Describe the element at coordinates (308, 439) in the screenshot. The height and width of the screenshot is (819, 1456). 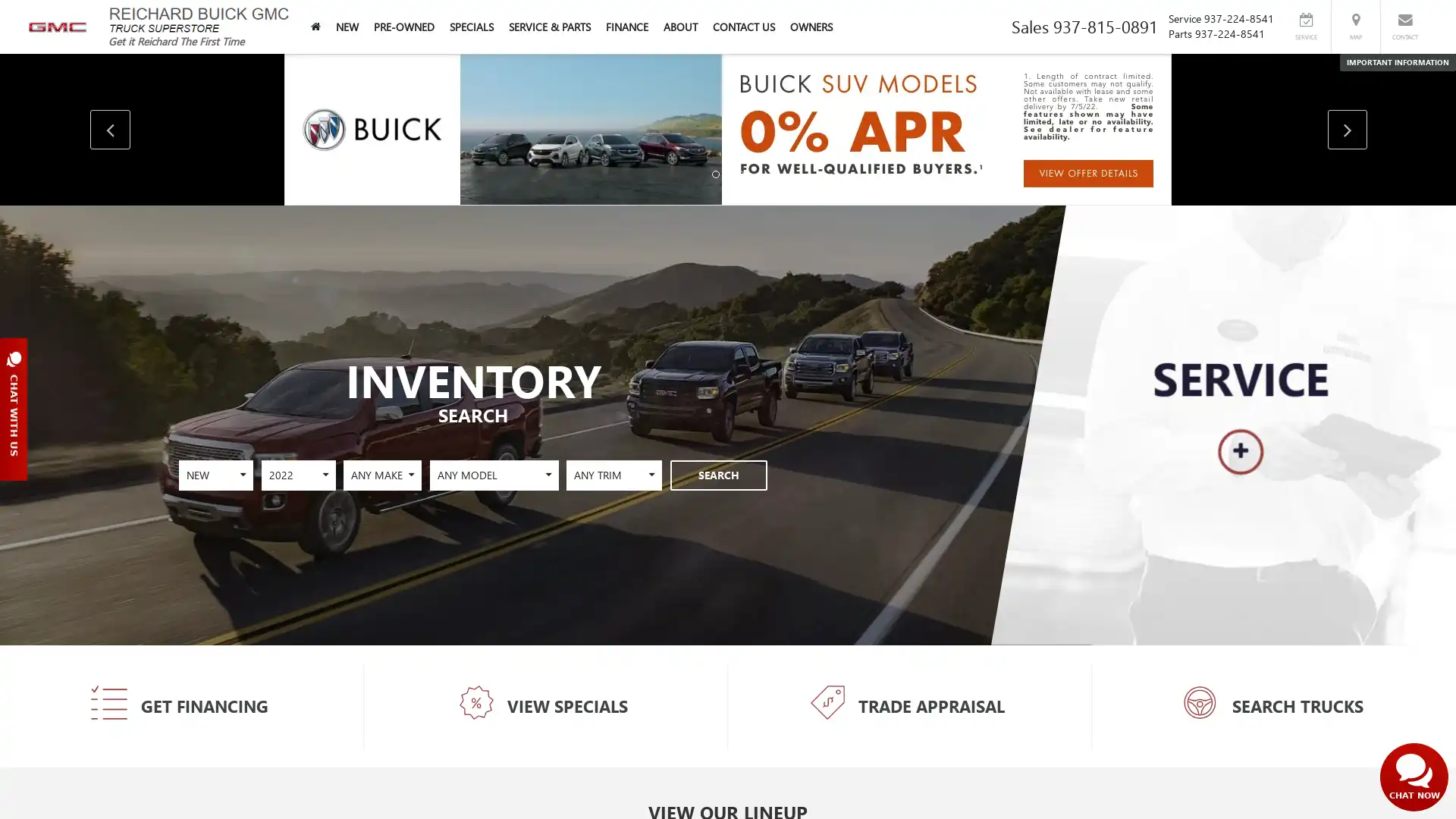
I see `Plus sign More` at that location.